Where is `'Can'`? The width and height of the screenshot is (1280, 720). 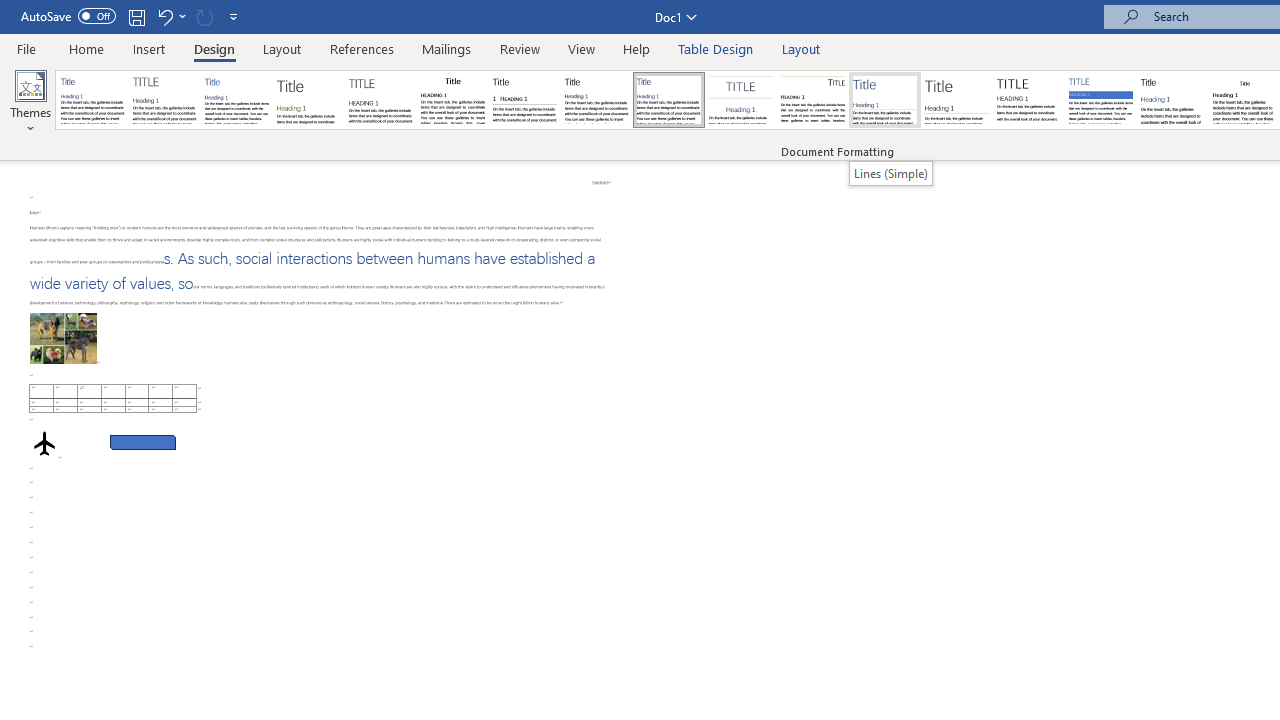
'Can' is located at coordinates (204, 16).